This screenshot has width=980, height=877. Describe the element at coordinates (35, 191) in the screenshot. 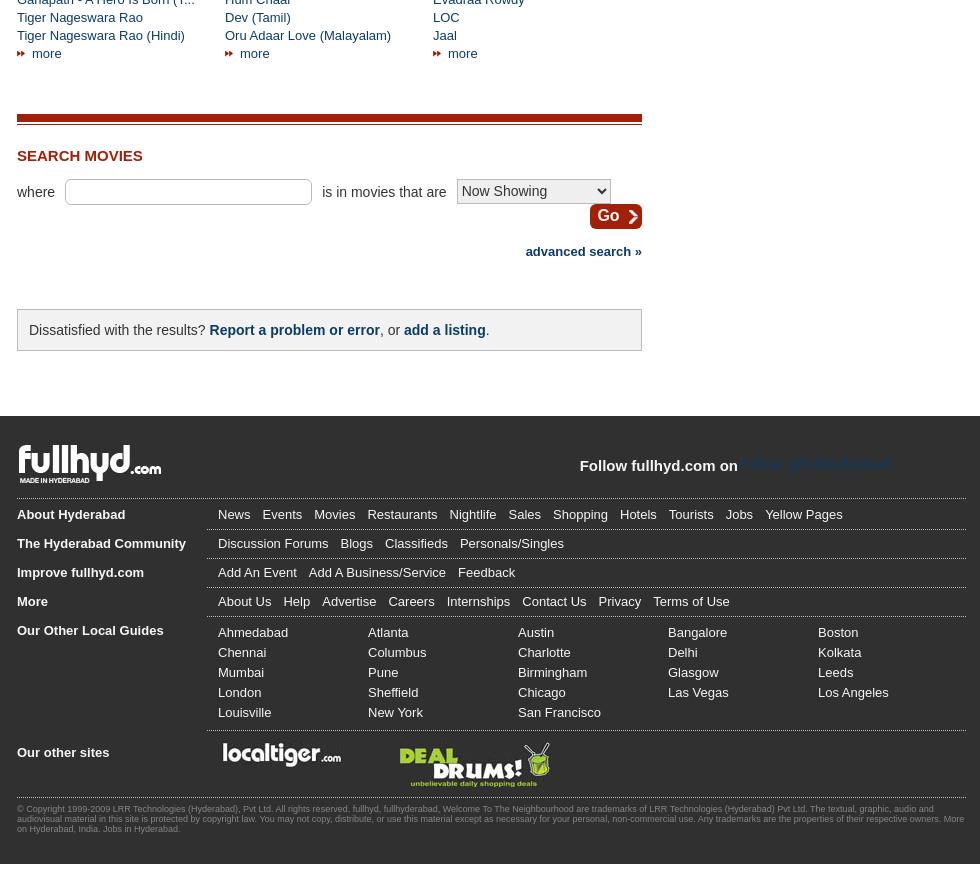

I see `'where'` at that location.